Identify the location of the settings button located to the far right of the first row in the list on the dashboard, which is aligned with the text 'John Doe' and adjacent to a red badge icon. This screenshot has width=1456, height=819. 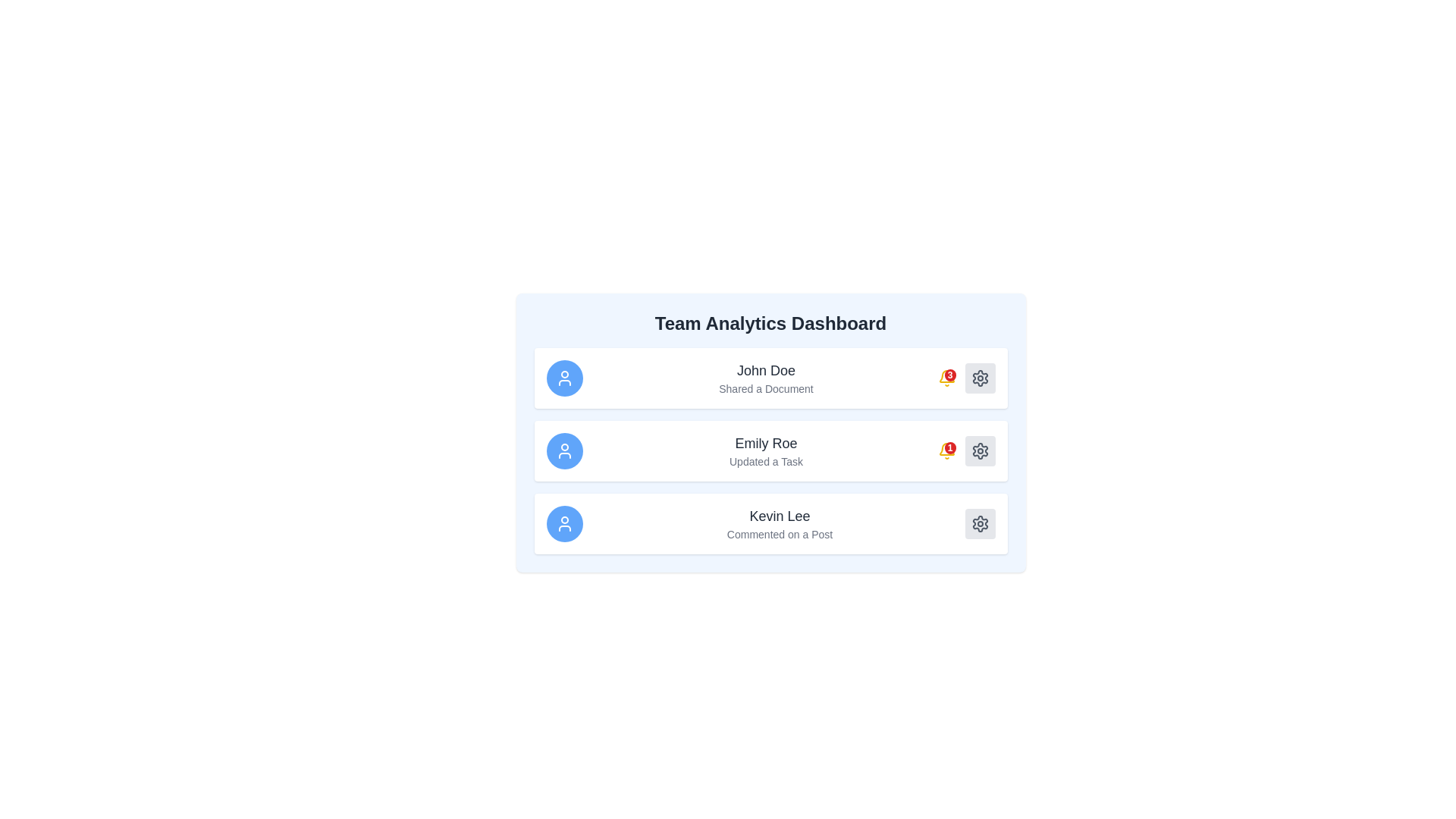
(980, 377).